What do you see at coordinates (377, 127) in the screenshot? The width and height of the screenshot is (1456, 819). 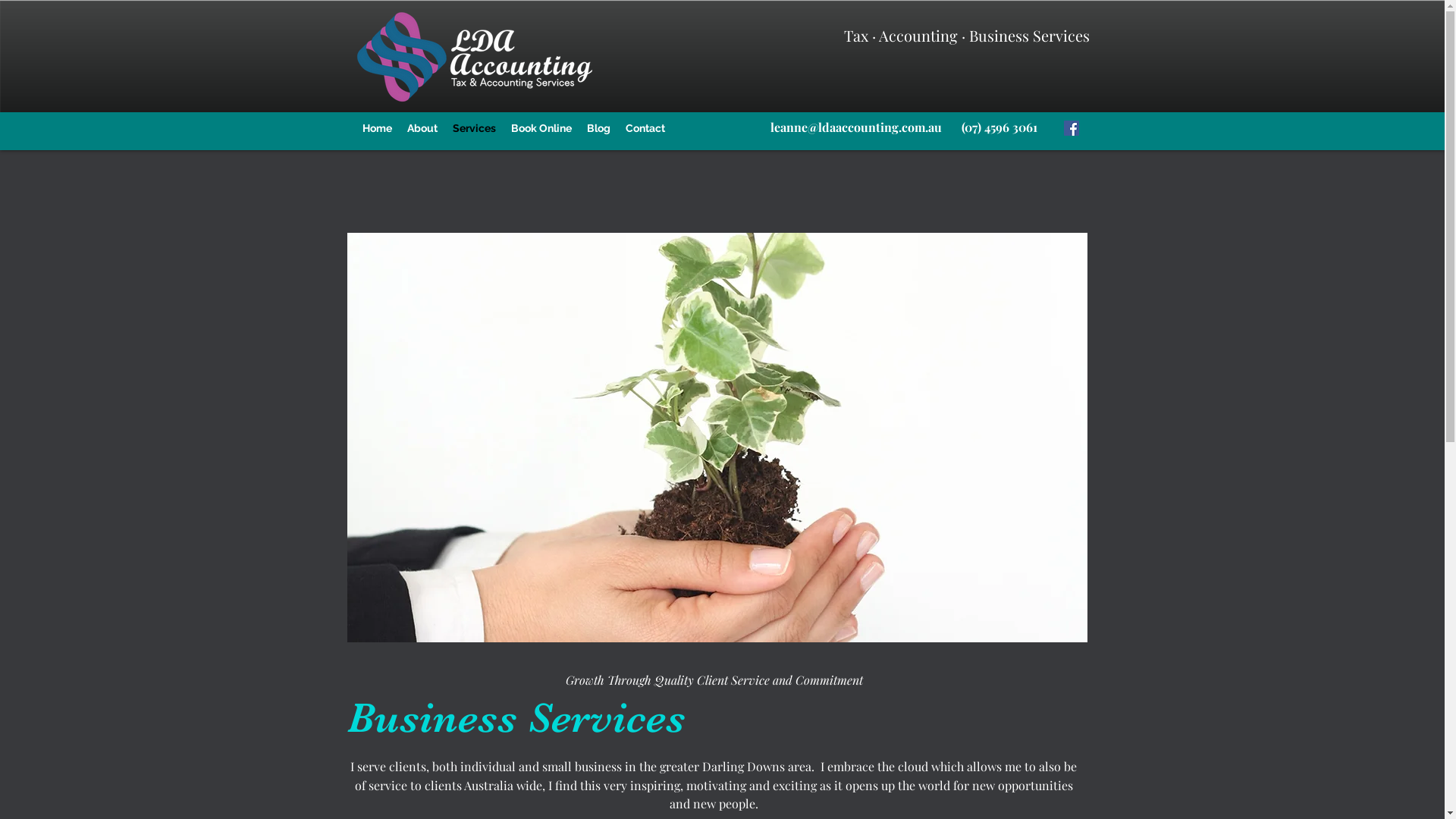 I see `'Home'` at bounding box center [377, 127].